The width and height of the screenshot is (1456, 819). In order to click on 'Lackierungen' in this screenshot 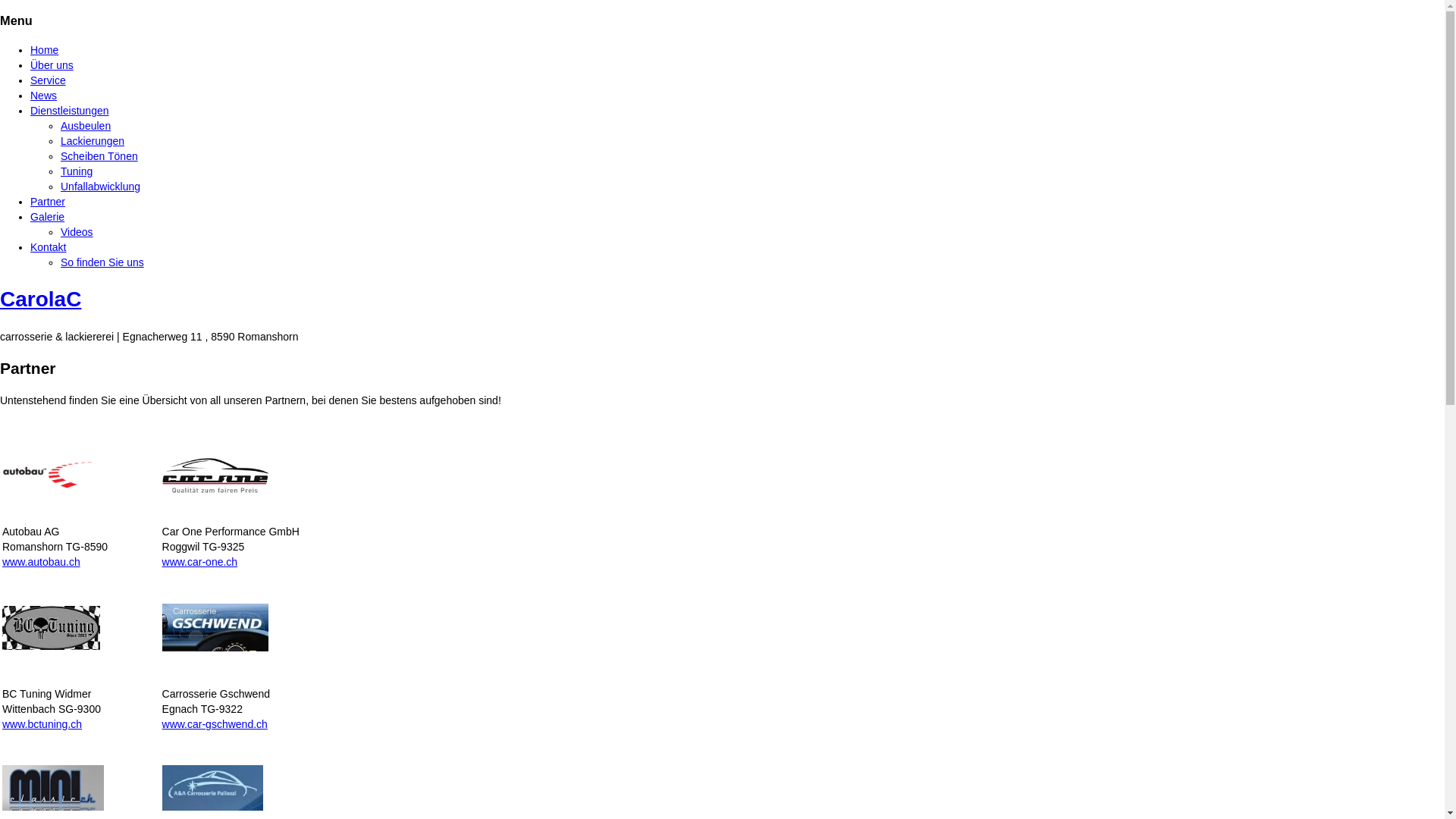, I will do `click(61, 140)`.